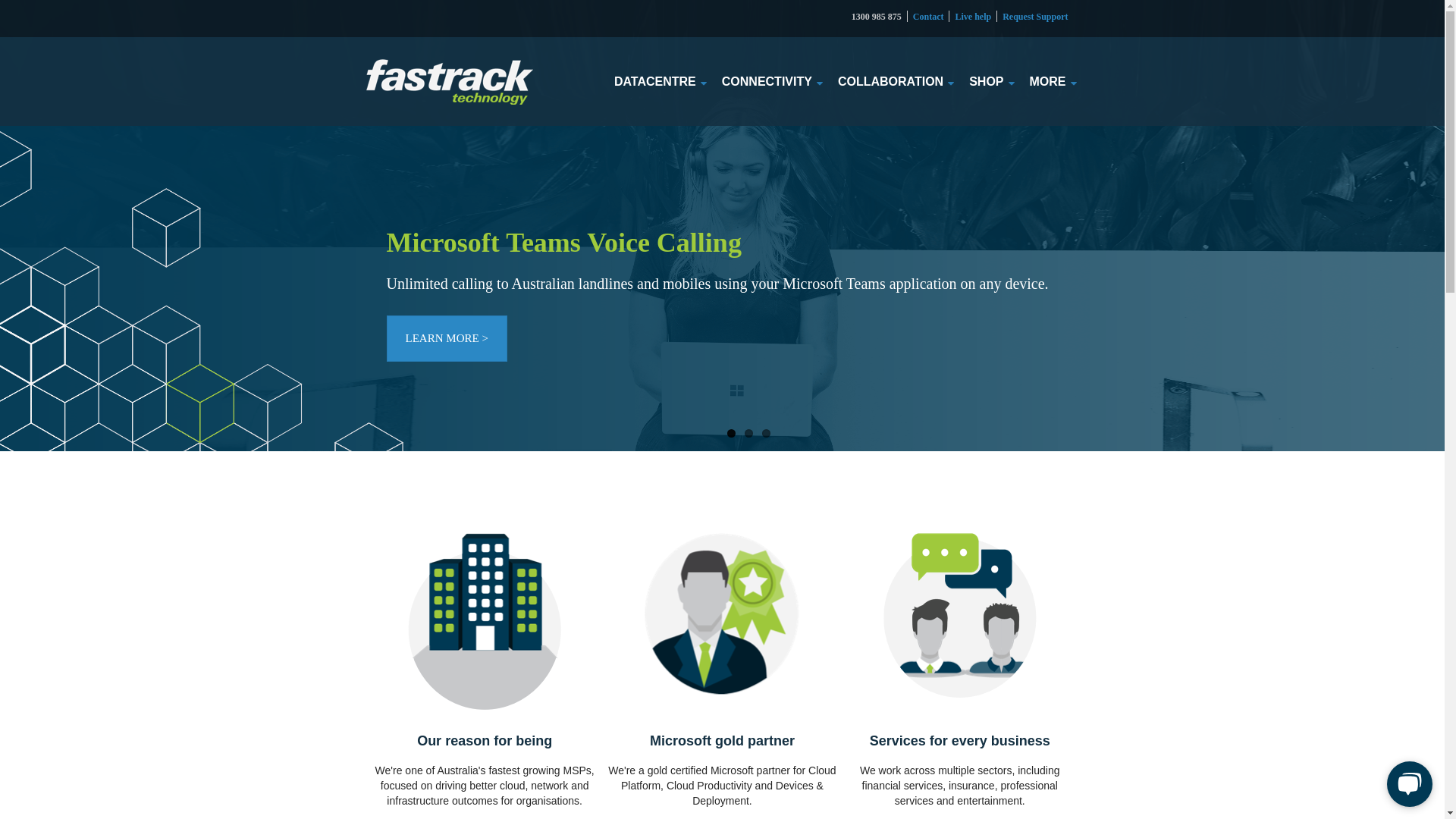 Image resolution: width=1456 pixels, height=819 pixels. I want to click on '1300 985 875', so click(877, 17).